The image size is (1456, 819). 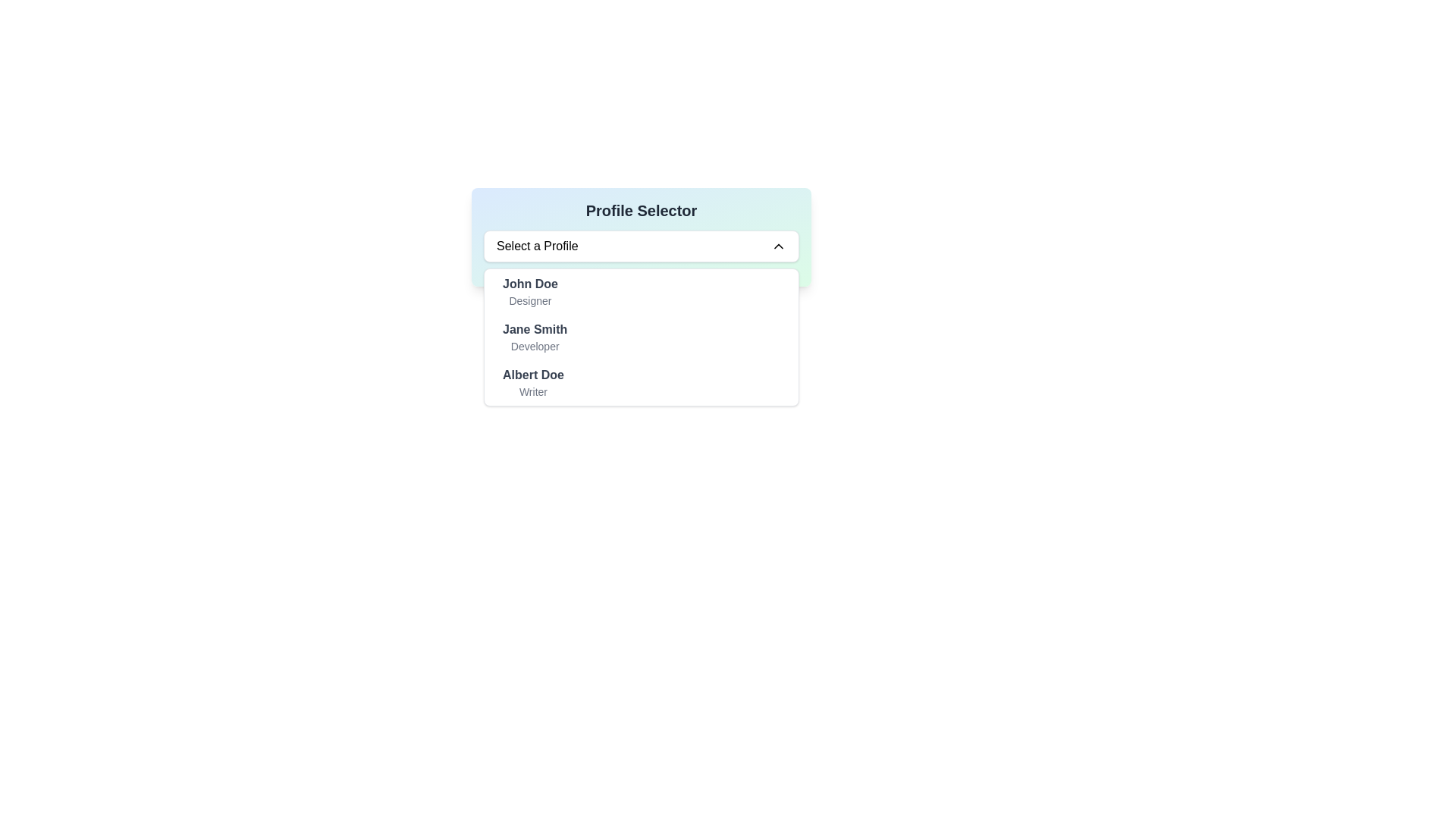 What do you see at coordinates (779, 245) in the screenshot?
I see `the toggle icon located at the rightmost position inside the 'Select a Profile' dropdown menu, which allows the user to close the dropdown or collapse the profile selection list` at bounding box center [779, 245].